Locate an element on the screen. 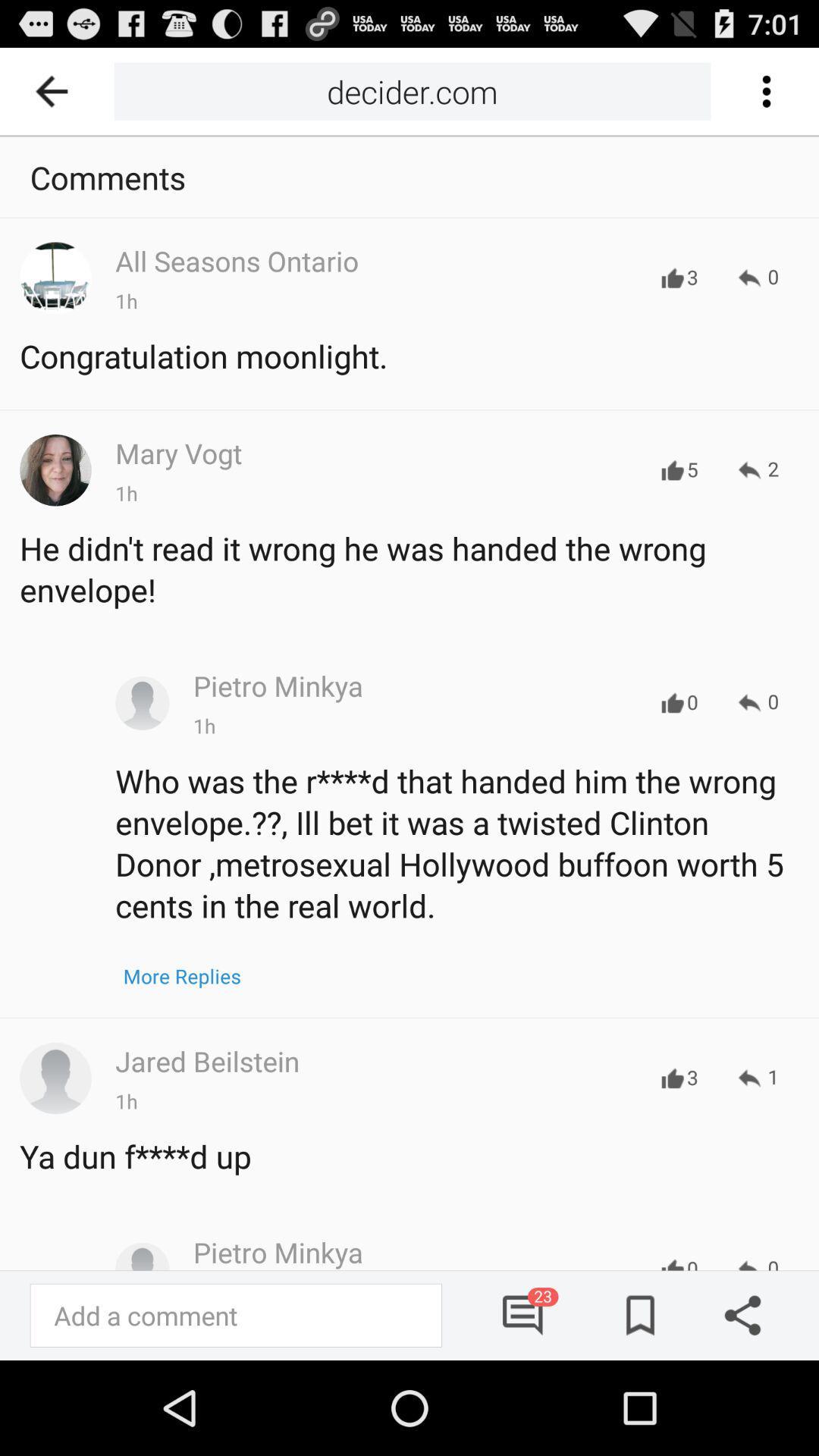 This screenshot has width=819, height=1456. the first forward option is located at coordinates (758, 278).